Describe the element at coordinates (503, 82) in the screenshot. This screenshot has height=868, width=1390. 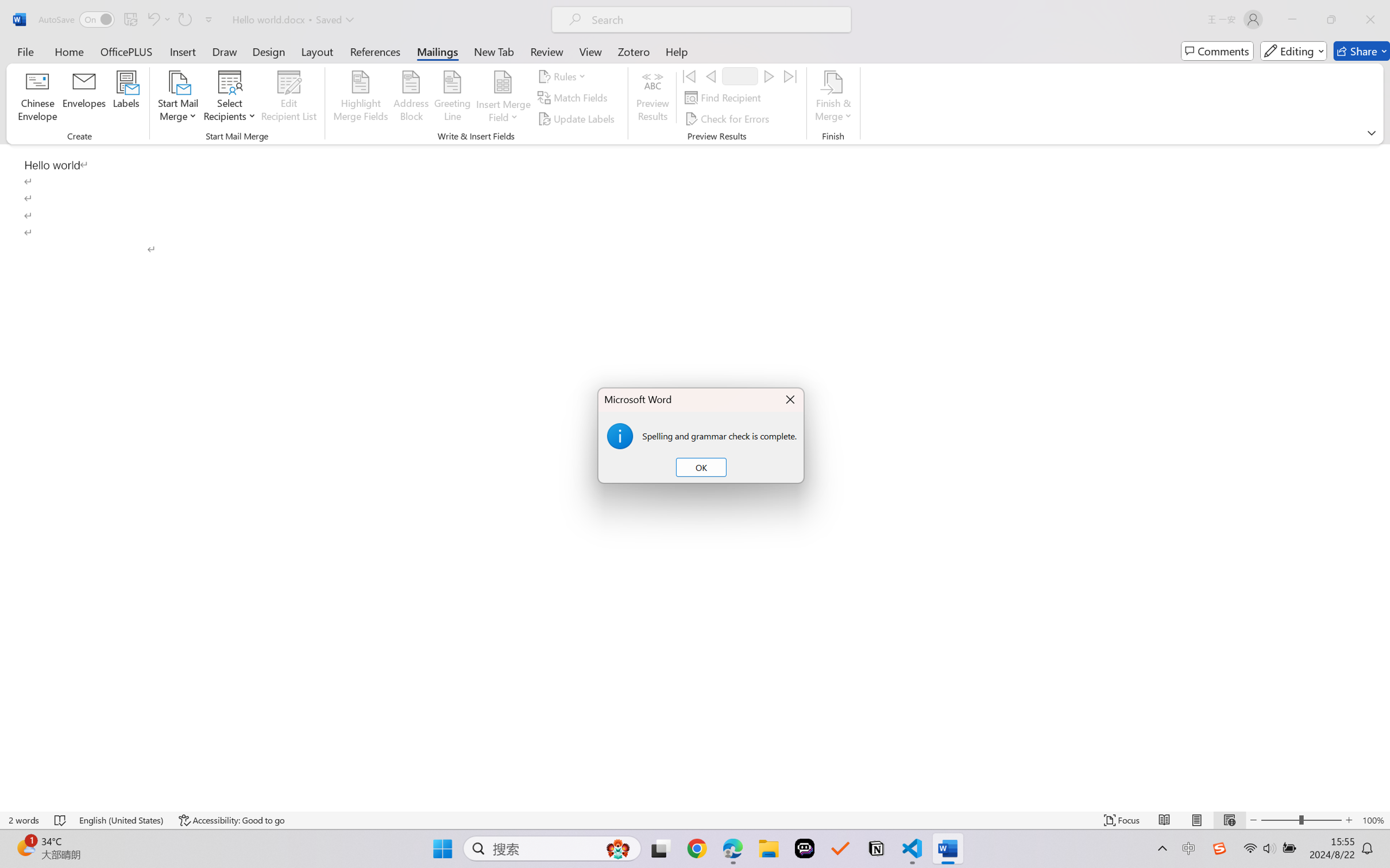
I see `'Insert Merge Field'` at that location.